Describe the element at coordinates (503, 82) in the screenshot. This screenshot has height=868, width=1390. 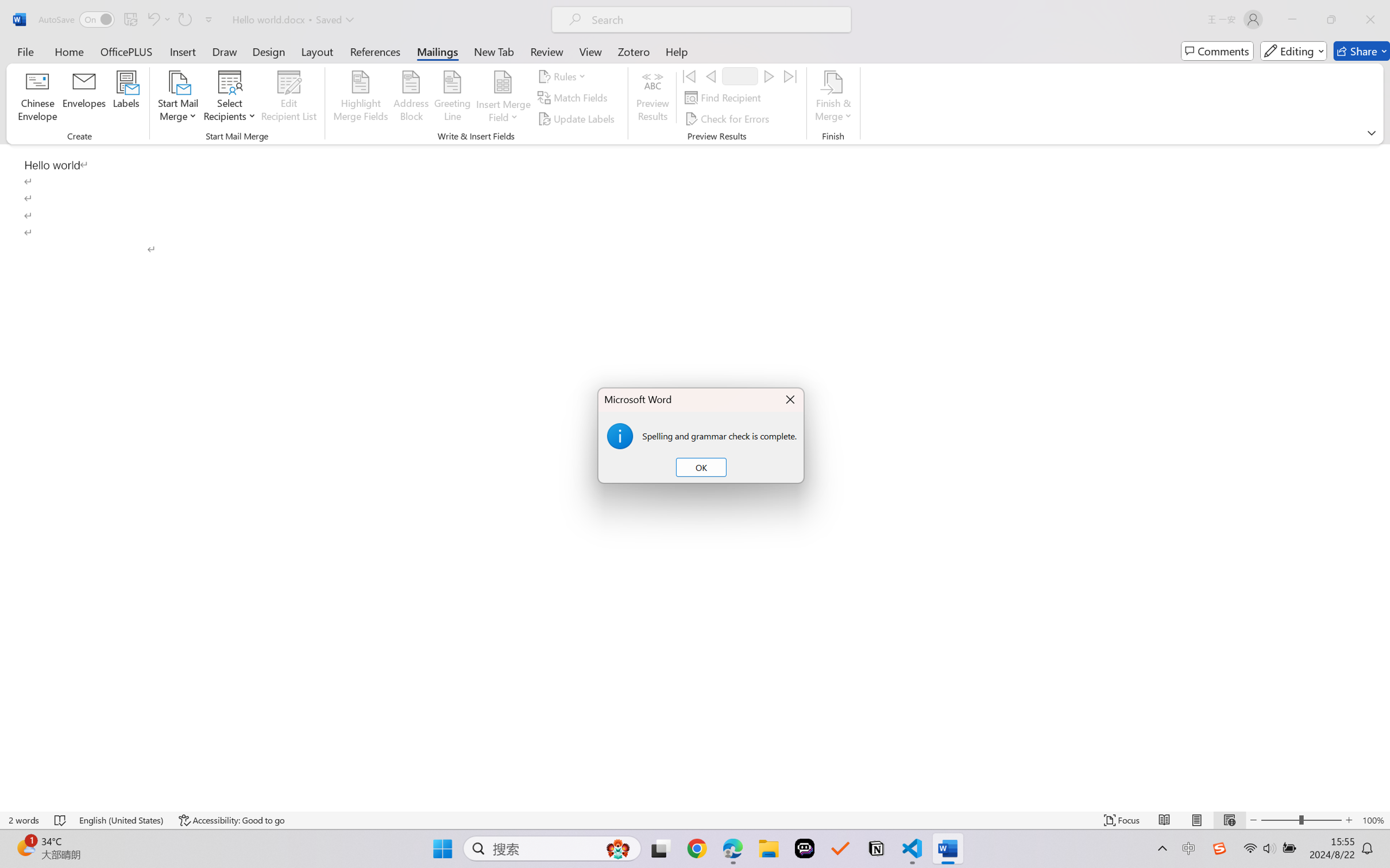
I see `'Insert Merge Field'` at that location.